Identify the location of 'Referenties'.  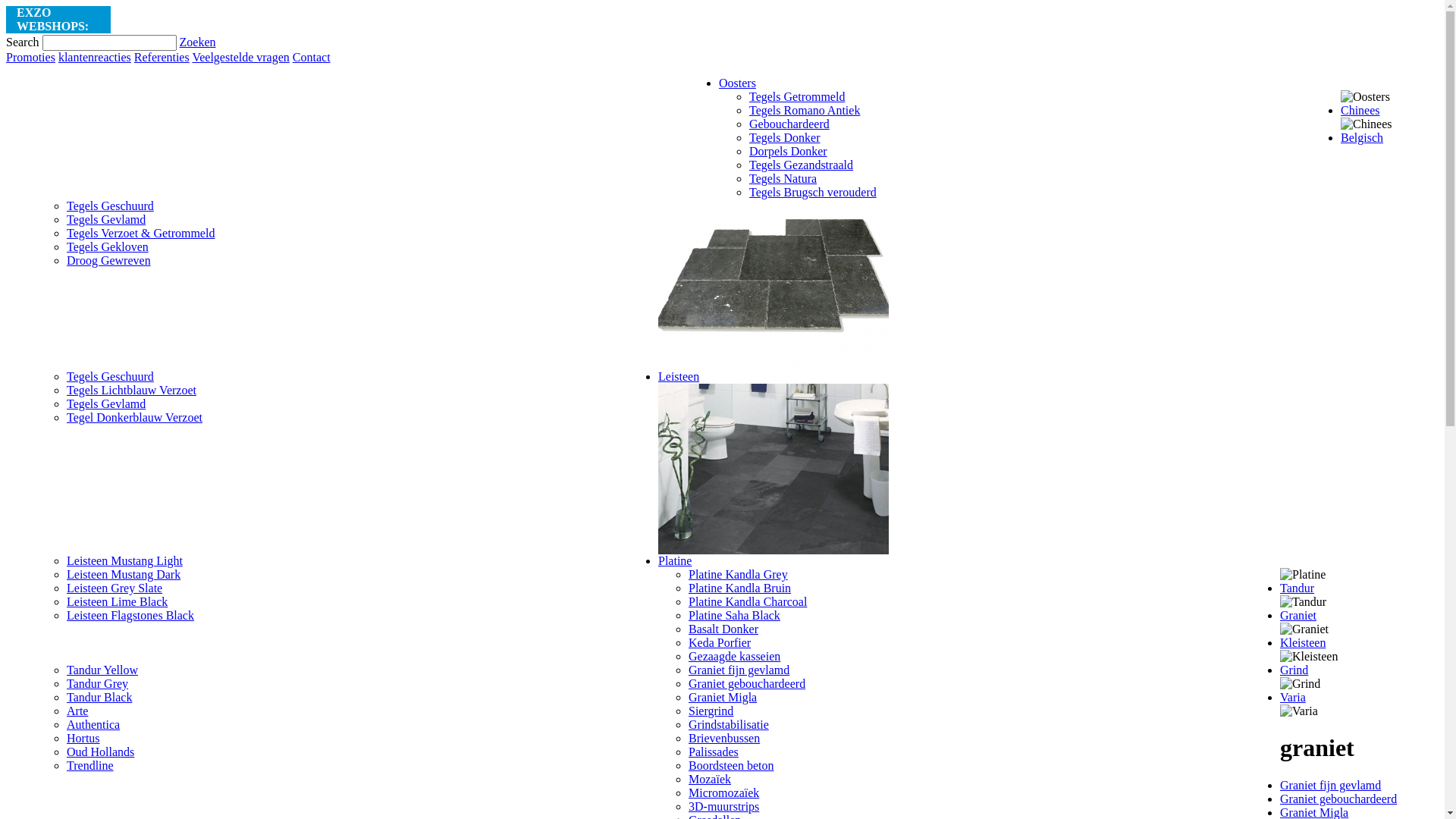
(162, 56).